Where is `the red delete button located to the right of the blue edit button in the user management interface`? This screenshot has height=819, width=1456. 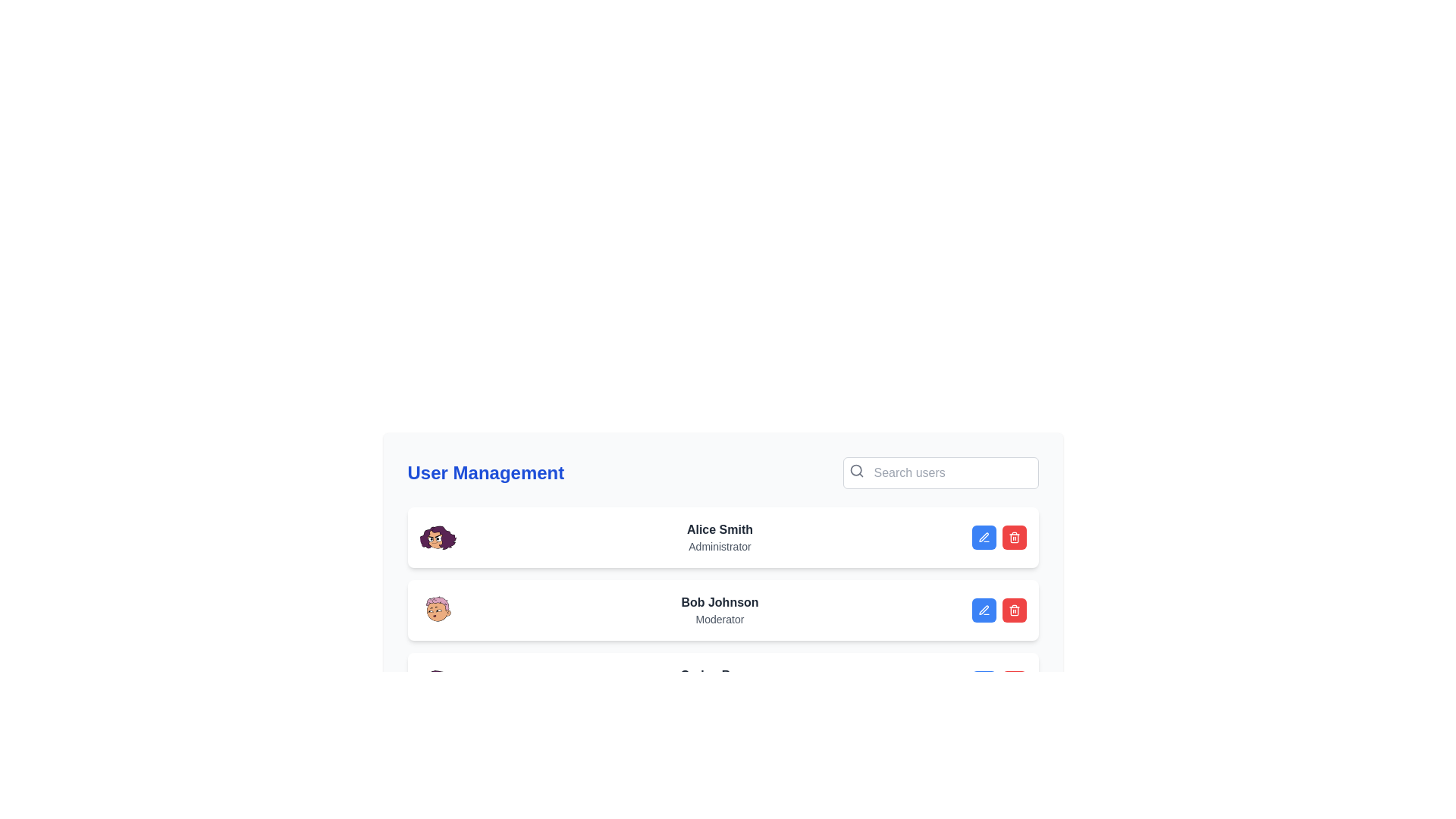 the red delete button located to the right of the blue edit button in the user management interface is located at coordinates (1014, 610).